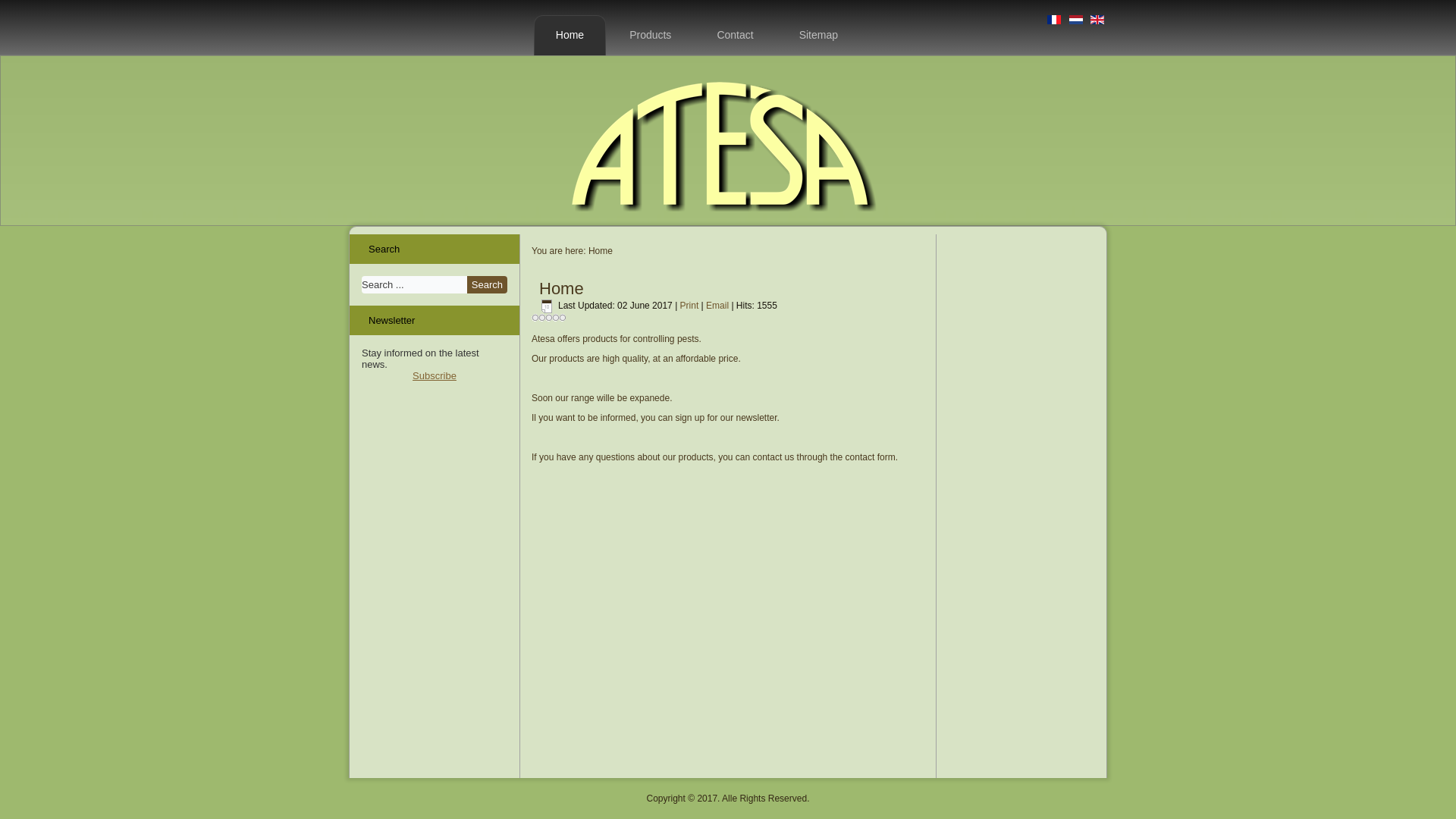  Describe the element at coordinates (690, 305) in the screenshot. I see `'Print'` at that location.